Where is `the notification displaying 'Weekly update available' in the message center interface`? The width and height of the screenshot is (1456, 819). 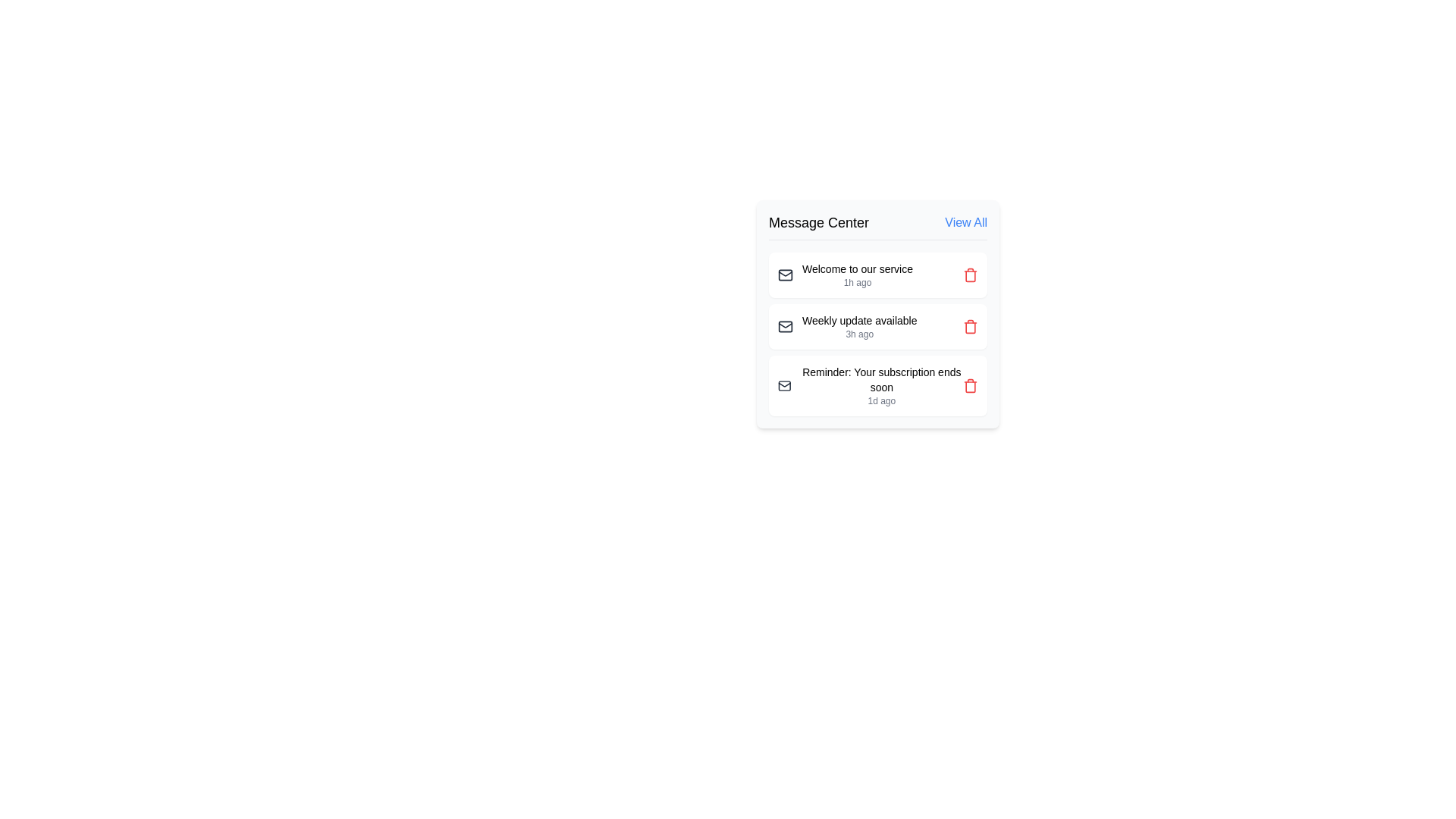
the notification displaying 'Weekly update available' in the message center interface is located at coordinates (877, 312).